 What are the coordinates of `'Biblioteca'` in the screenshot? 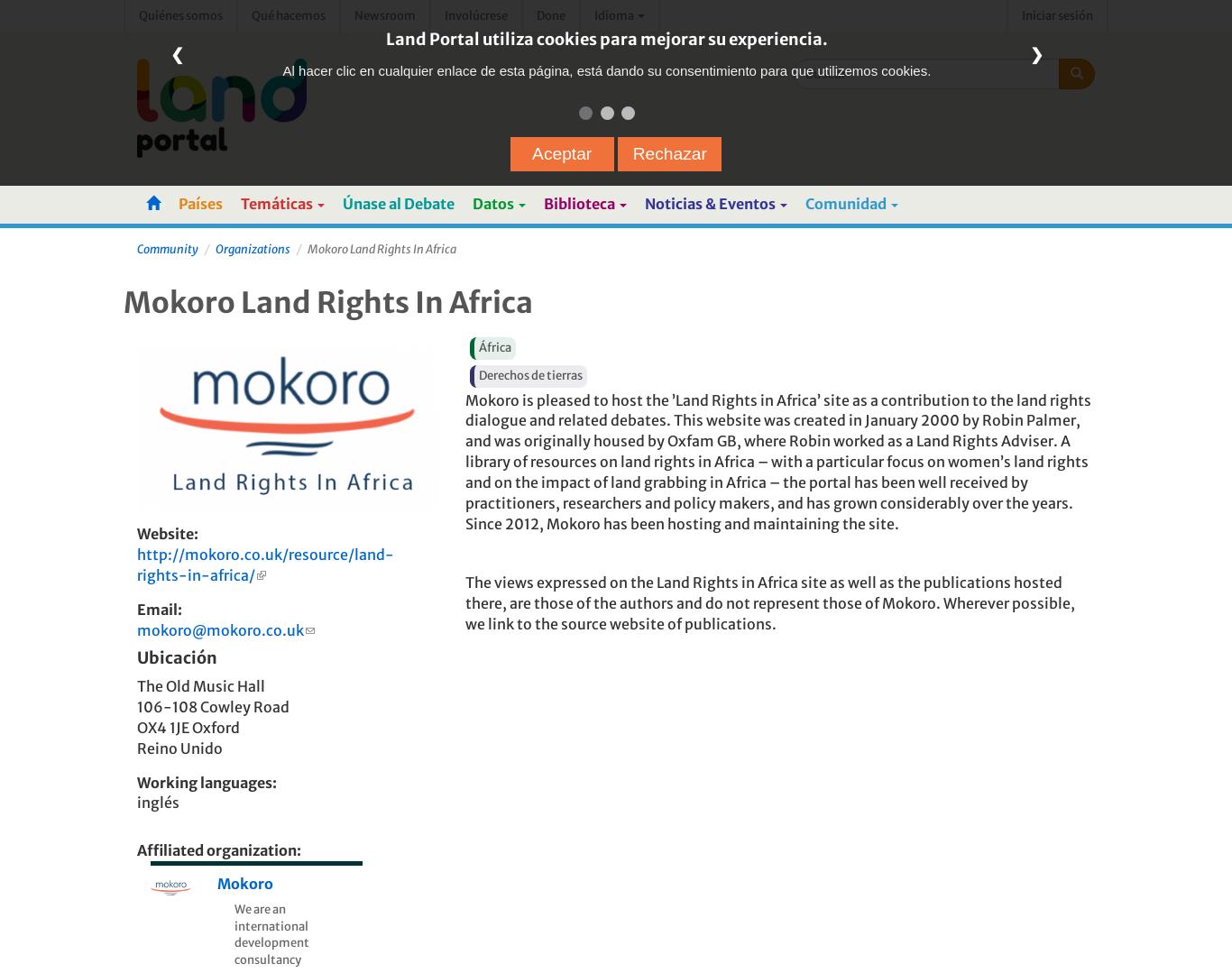 It's located at (541, 203).